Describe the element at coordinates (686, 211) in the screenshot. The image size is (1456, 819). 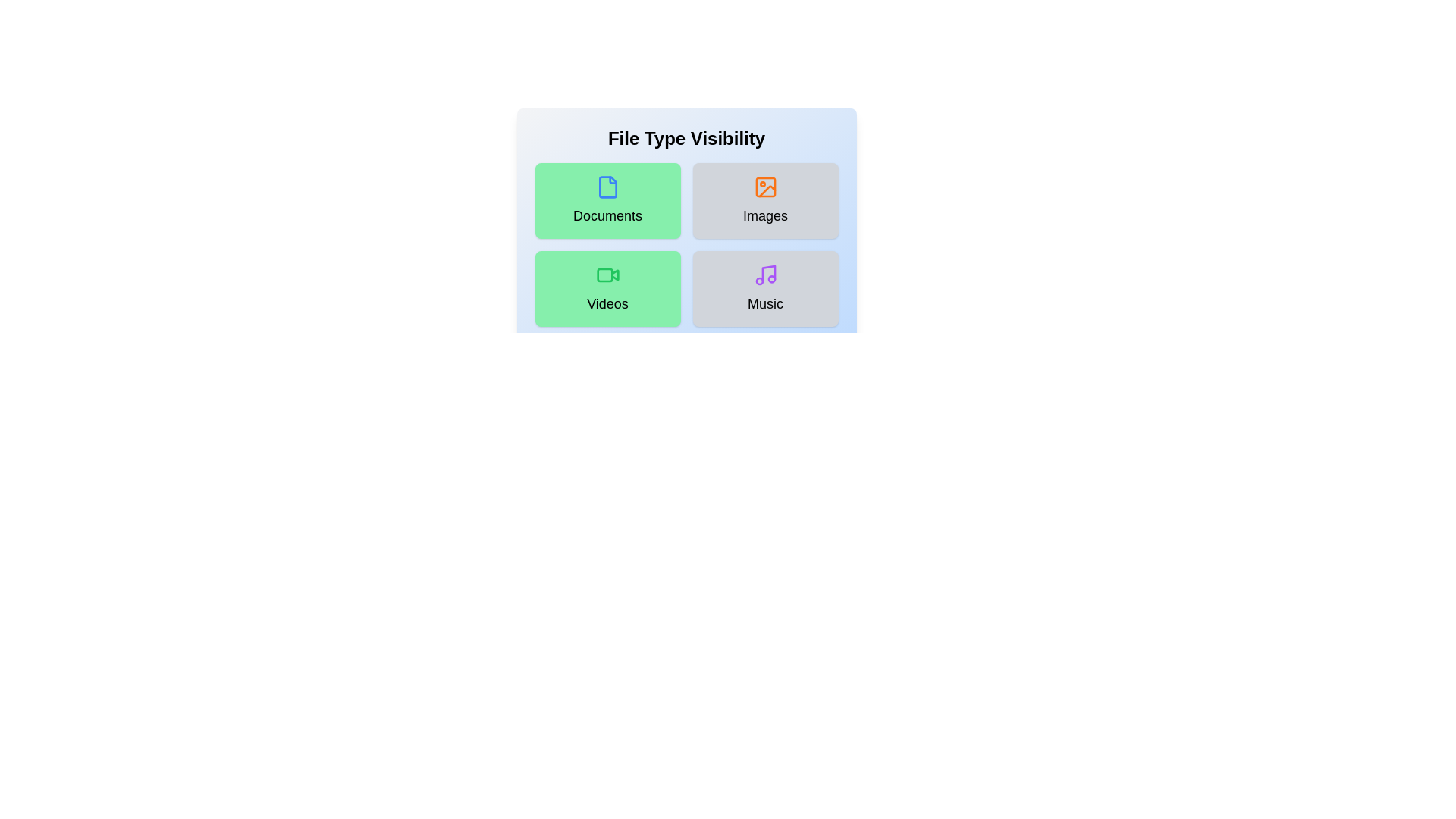
I see `the background area of the component` at that location.